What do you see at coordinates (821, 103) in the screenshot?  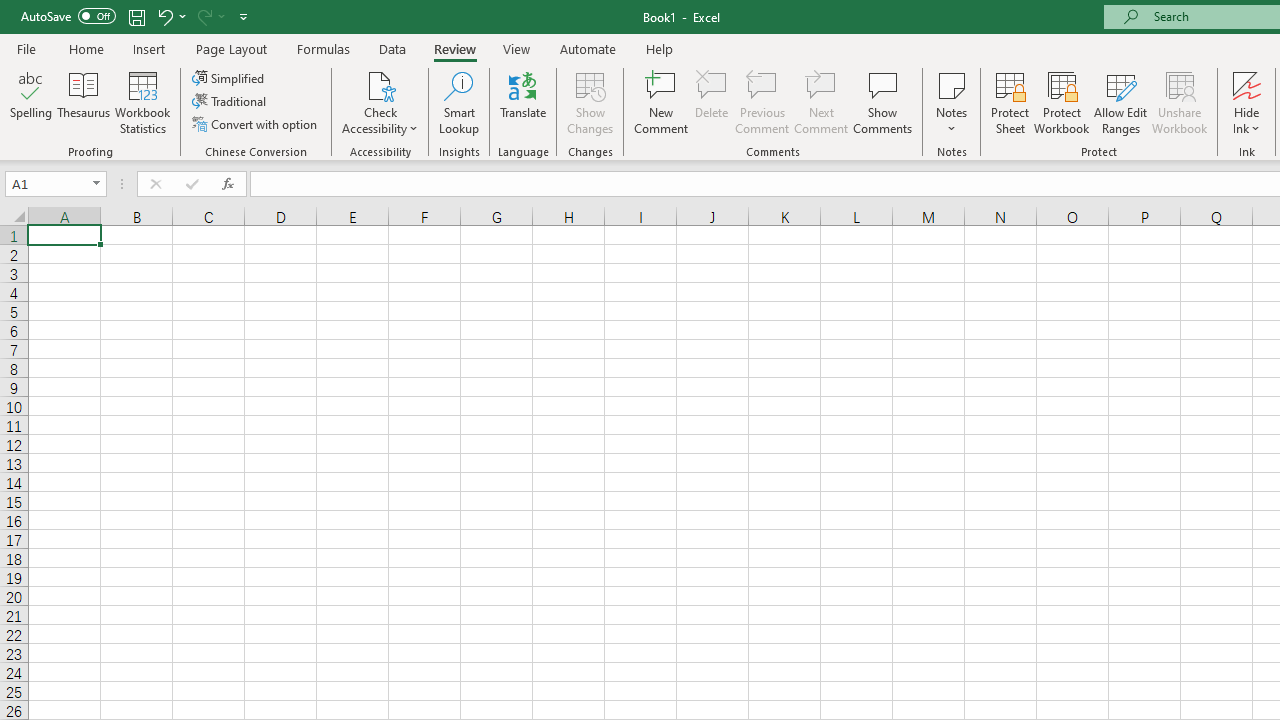 I see `'Next Comment'` at bounding box center [821, 103].